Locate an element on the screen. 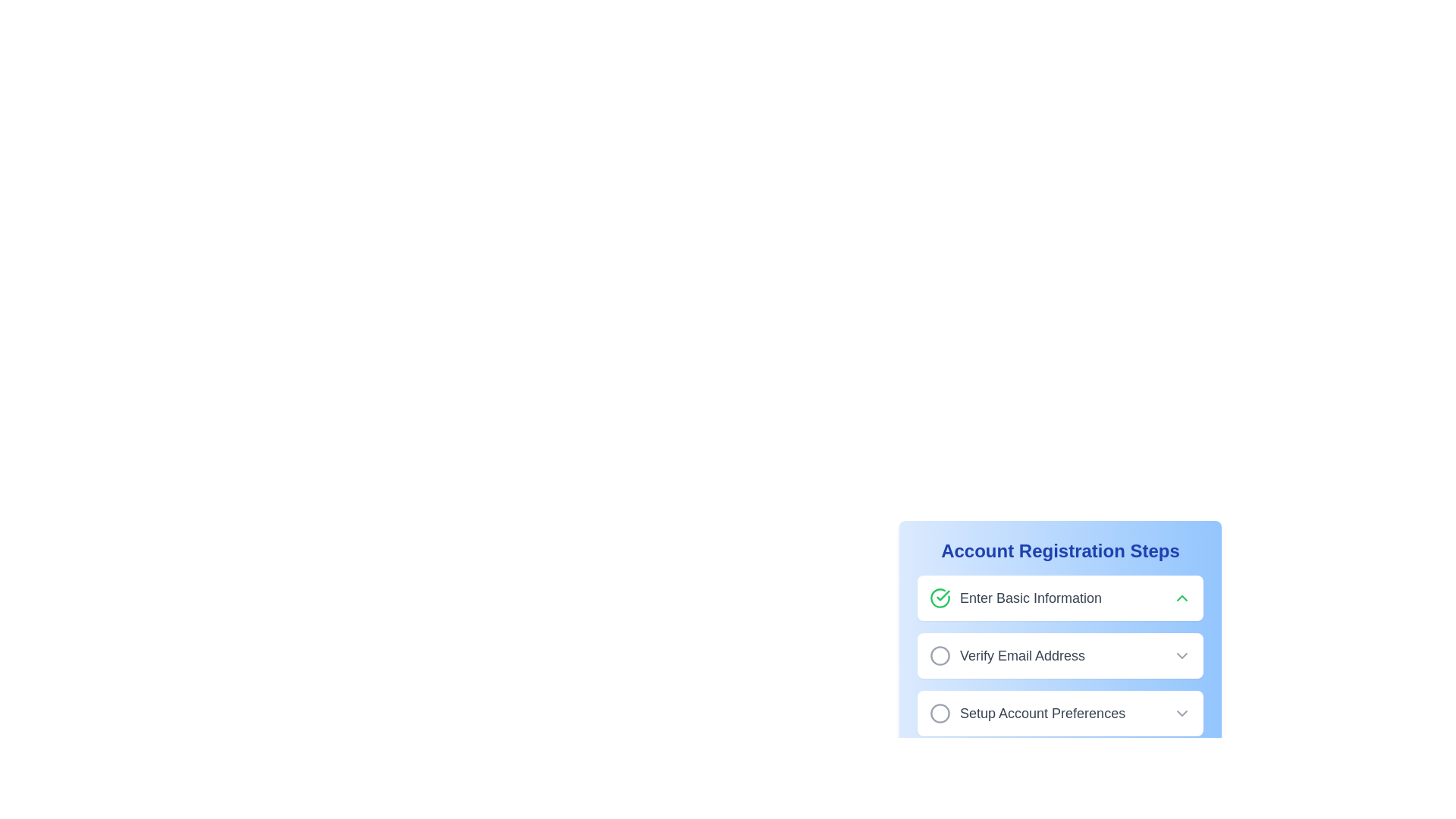  the third item in the 'Account Registration Steps' list, which represents a configuration step for setting account preferences is located at coordinates (1028, 714).